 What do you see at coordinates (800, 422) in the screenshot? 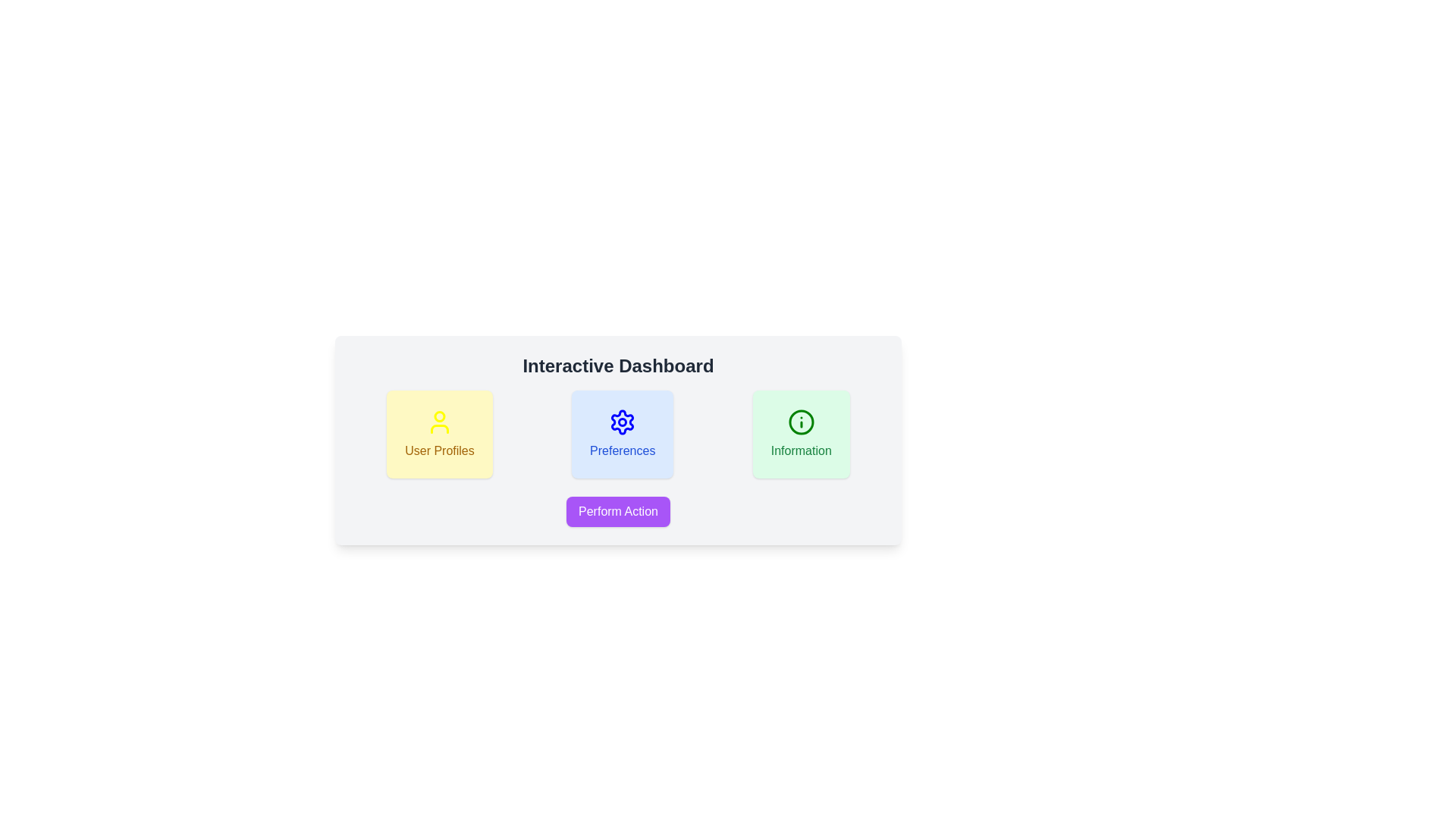
I see `the circular part of the 'Information' icon, which is centered in the light green square labeled 'Information' on the right side of the interactive dashboard` at bounding box center [800, 422].